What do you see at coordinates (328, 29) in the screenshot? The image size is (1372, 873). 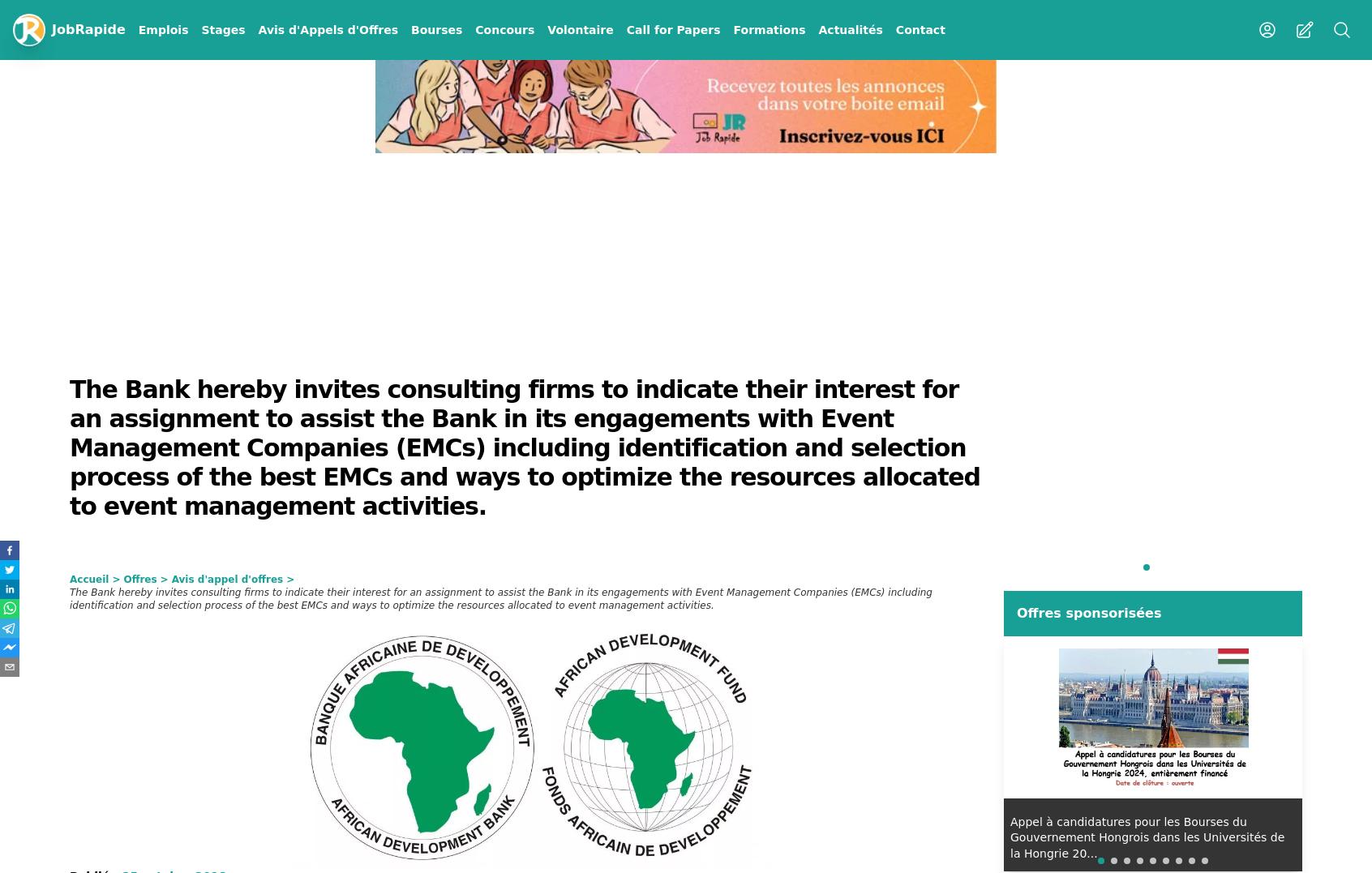 I see `'Avis d'Appels d'Offres'` at bounding box center [328, 29].